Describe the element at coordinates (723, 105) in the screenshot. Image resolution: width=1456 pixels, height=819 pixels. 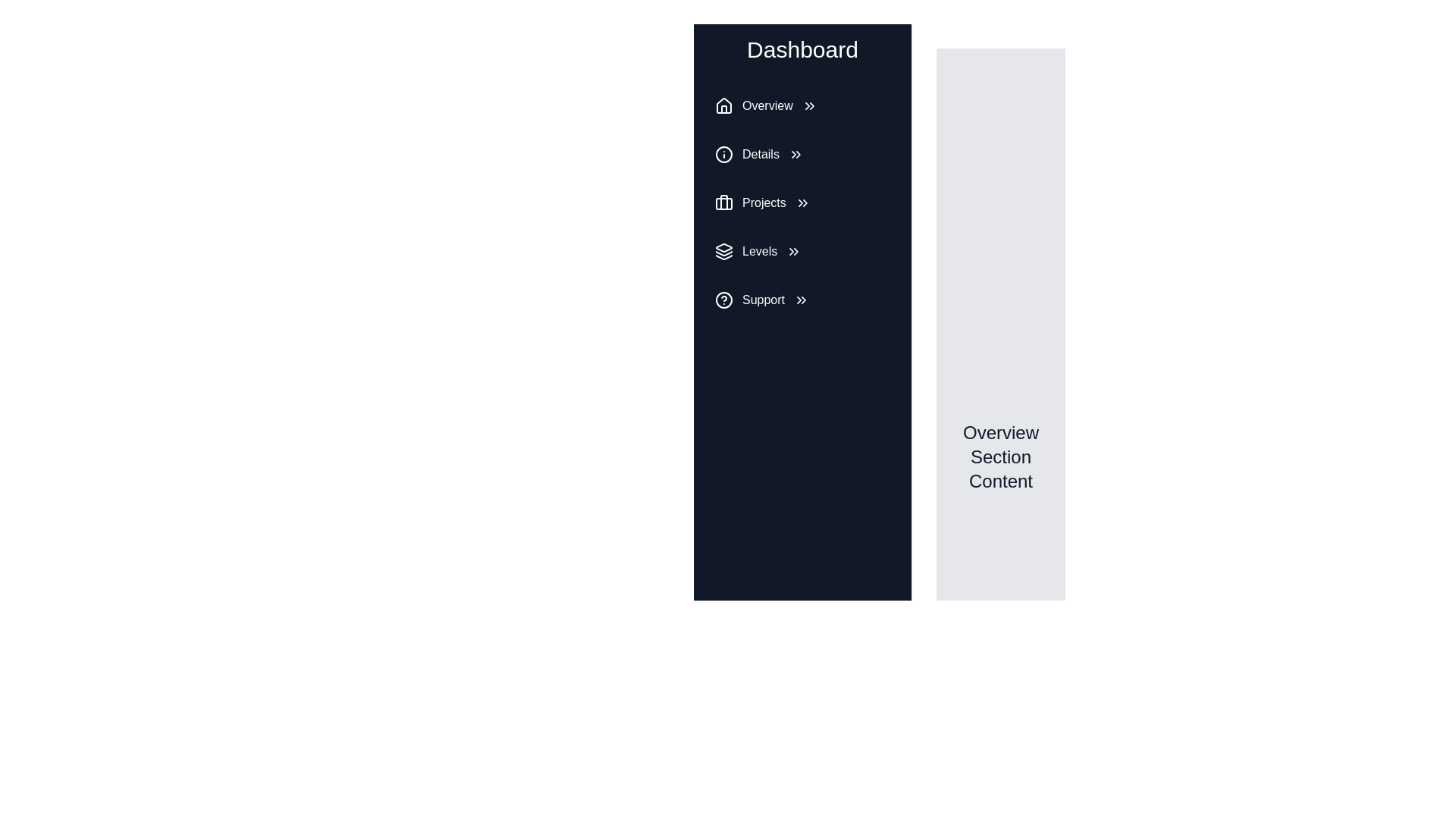
I see `the house-shaped 'Home' icon located in the vertical navigation menu, which is the first icon in the list item labeled 'Overview'` at that location.